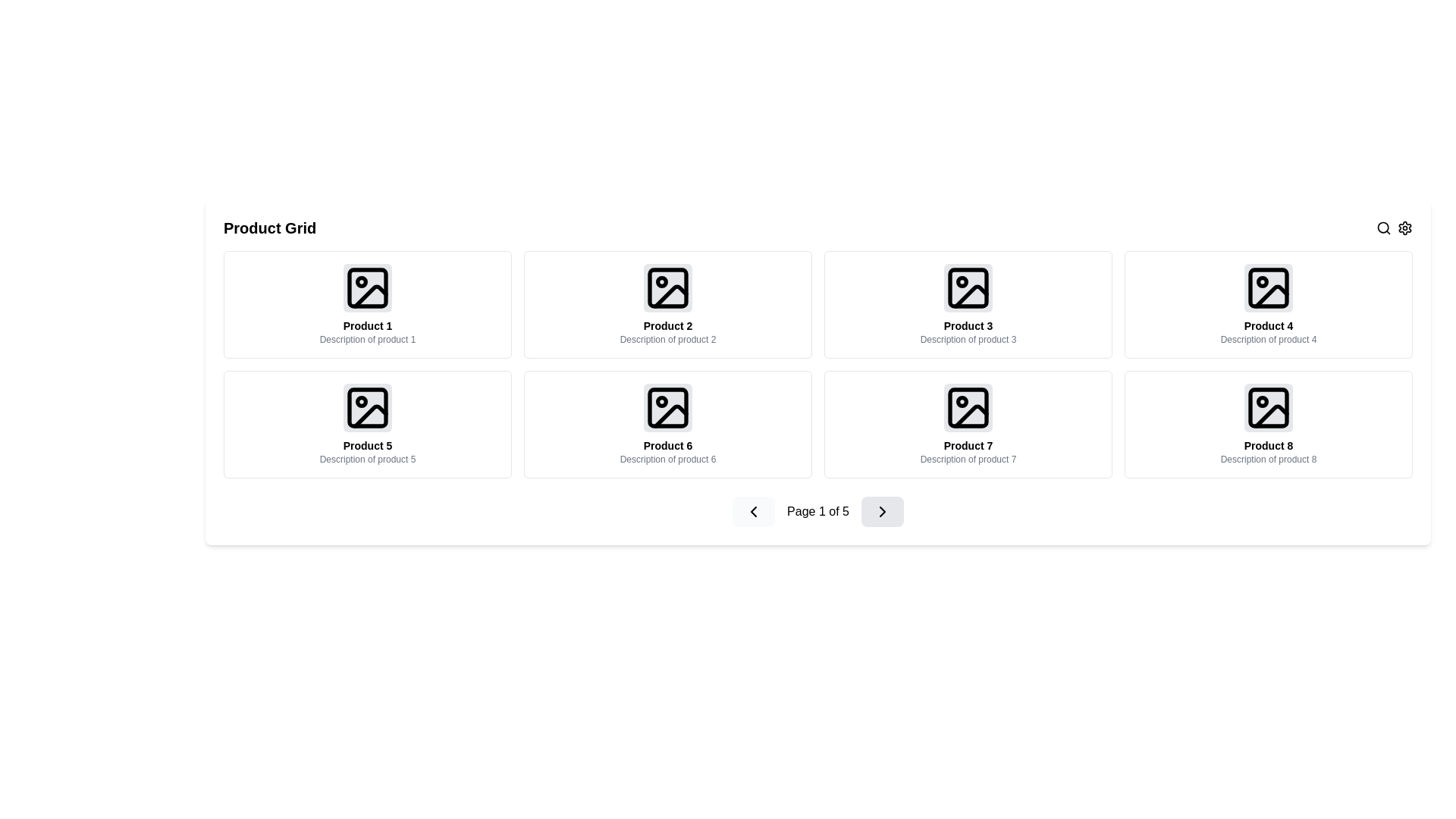  What do you see at coordinates (1269, 338) in the screenshot?
I see `the small text label reading 'Description of product 4', which is located below the larger text label 'Product 4' in the fourth slot of a grid layout` at bounding box center [1269, 338].